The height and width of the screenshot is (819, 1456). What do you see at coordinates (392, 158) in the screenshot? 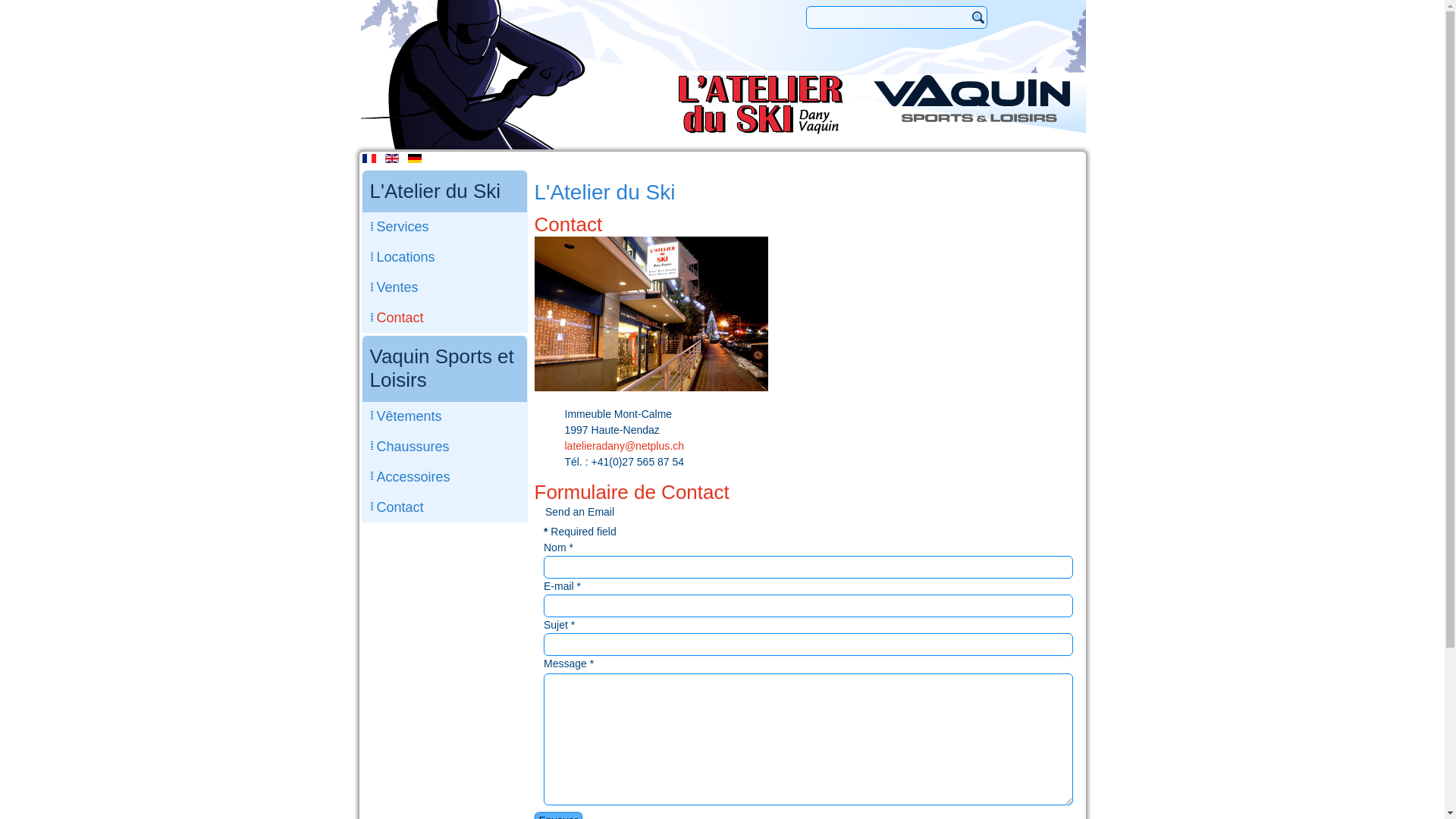
I see `'English'` at bounding box center [392, 158].